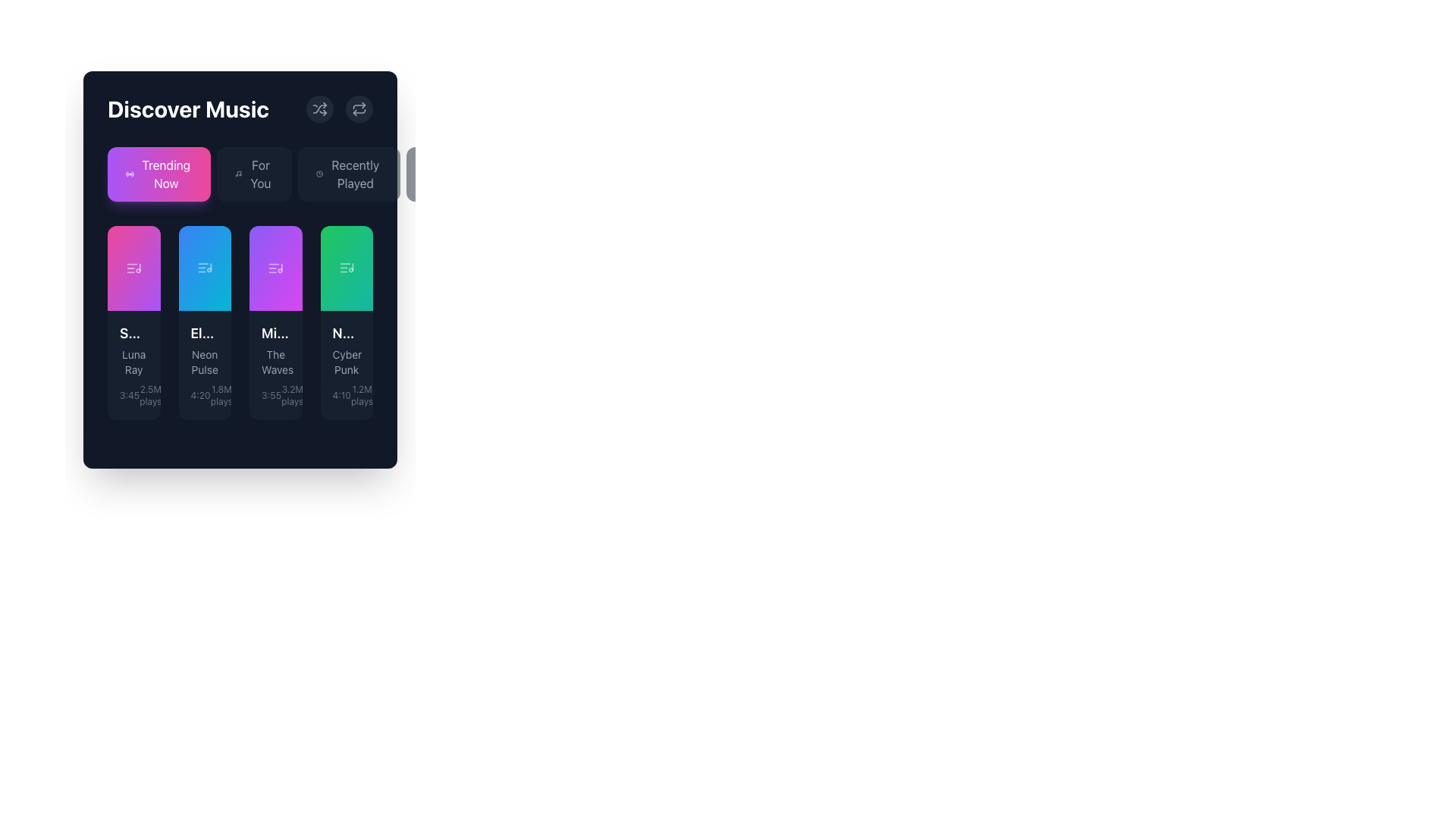  I want to click on text from the Text Label displaying the number of plays (1.2 million) for the music track 'Cyber Punk', located to the bottom right of the corresponding music item, so click(361, 394).